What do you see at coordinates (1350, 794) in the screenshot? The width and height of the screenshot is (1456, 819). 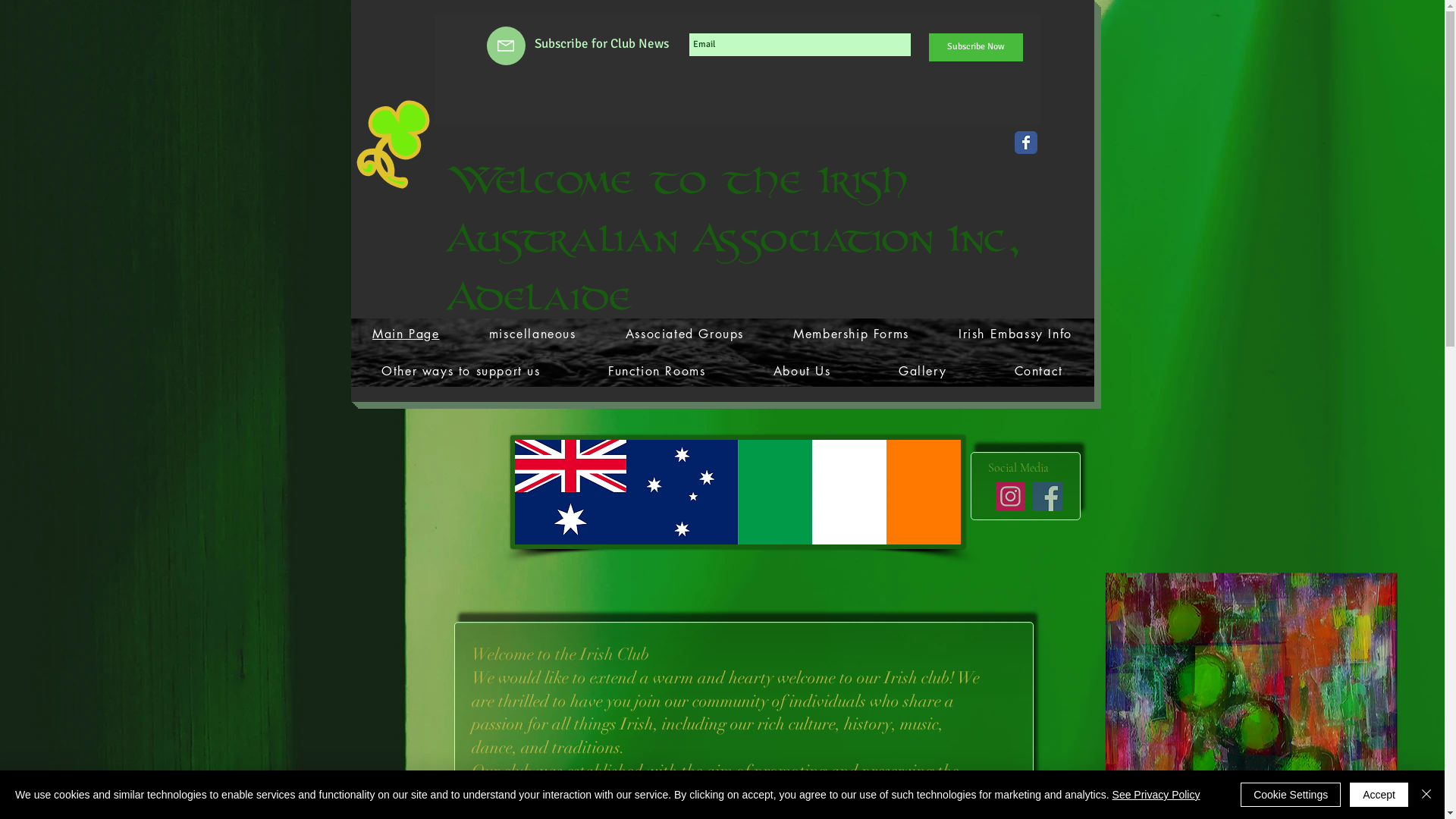 I see `'Accept'` at bounding box center [1350, 794].